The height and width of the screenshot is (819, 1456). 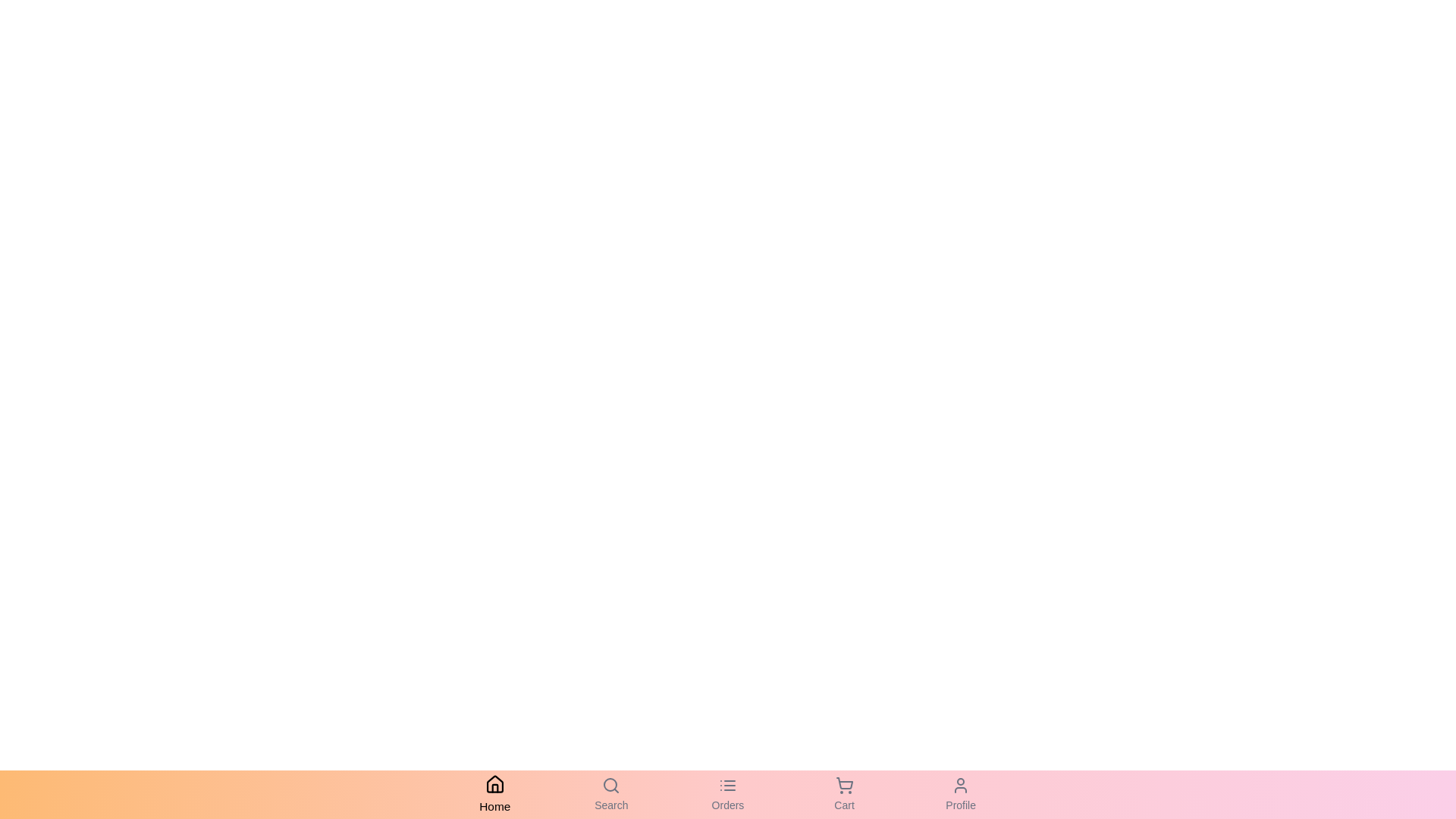 I want to click on the tab Search to observe its highlight, so click(x=611, y=794).